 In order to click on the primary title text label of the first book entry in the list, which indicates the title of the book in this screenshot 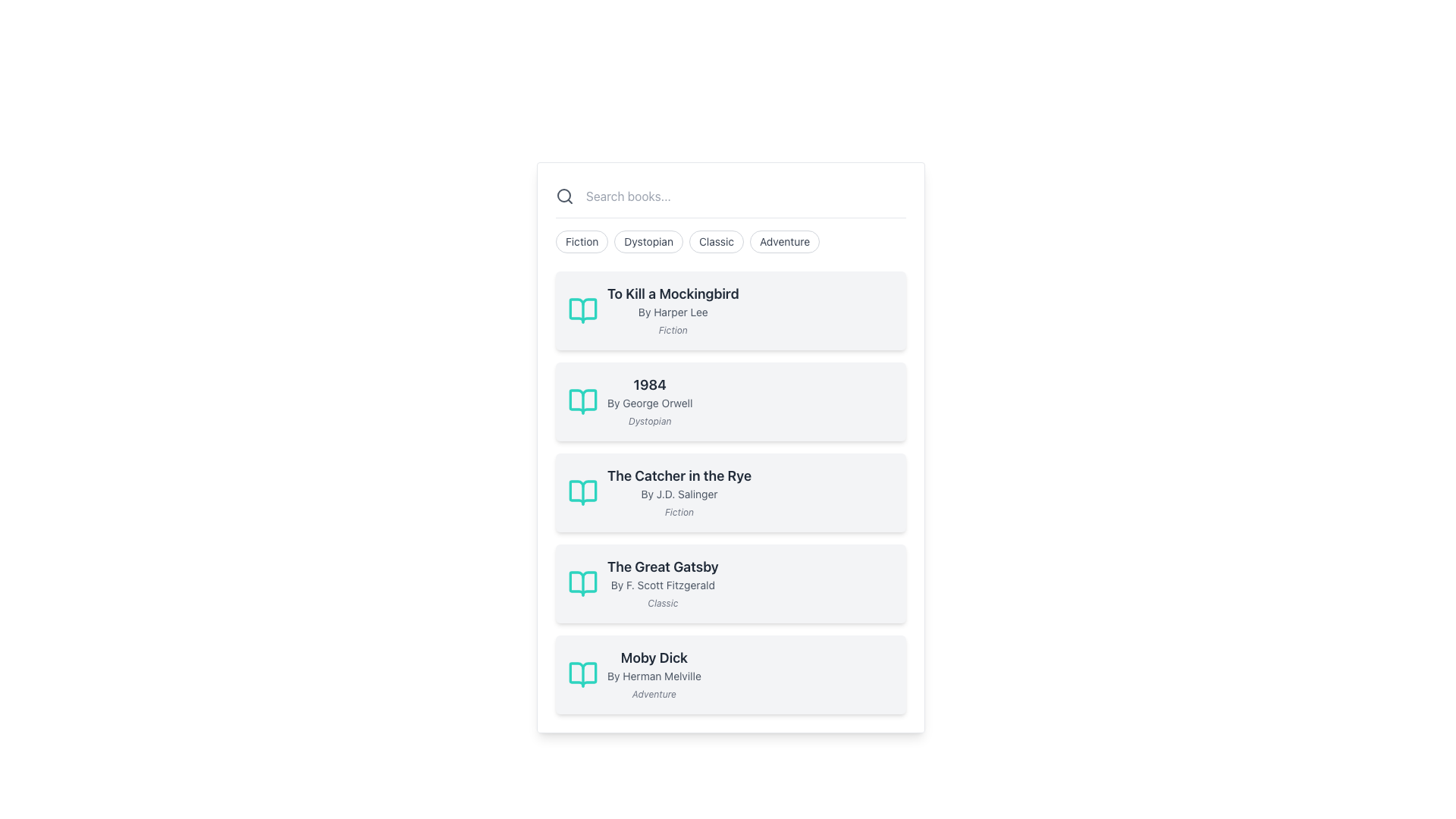, I will do `click(672, 294)`.